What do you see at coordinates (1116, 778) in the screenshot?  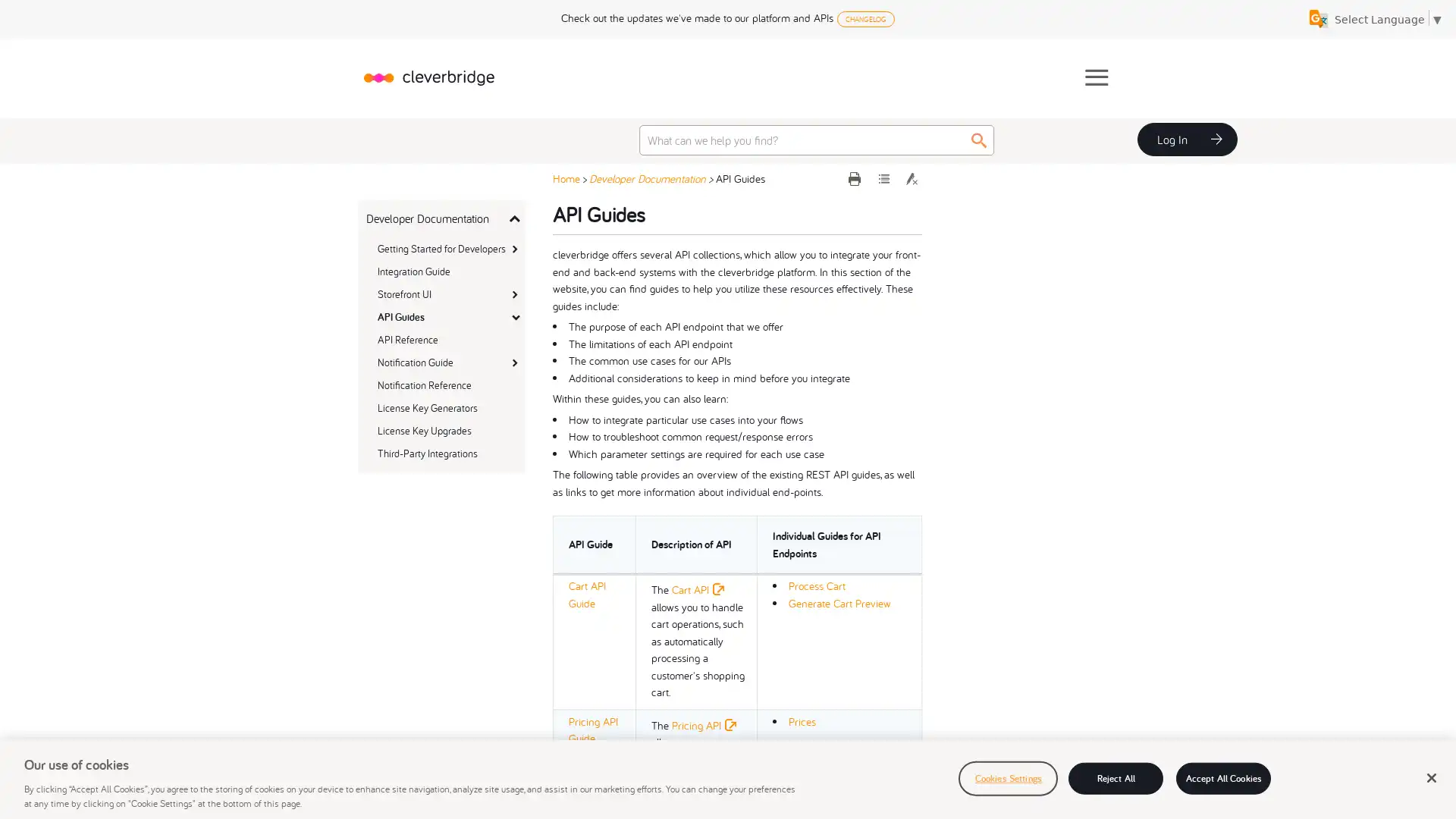 I see `Reject All` at bounding box center [1116, 778].